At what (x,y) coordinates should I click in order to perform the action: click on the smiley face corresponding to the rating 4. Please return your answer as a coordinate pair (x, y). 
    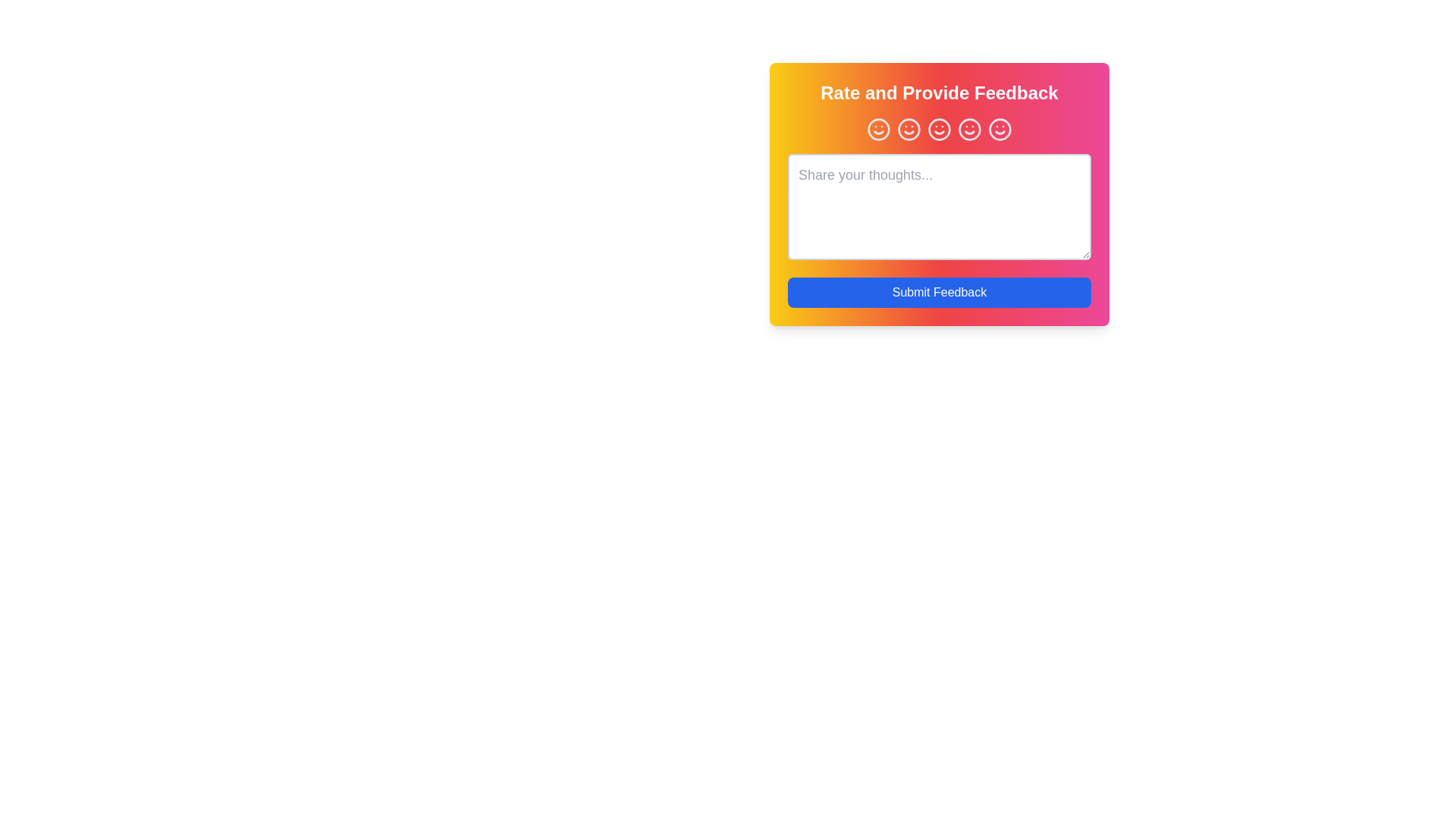
    Looking at the image, I should click on (968, 128).